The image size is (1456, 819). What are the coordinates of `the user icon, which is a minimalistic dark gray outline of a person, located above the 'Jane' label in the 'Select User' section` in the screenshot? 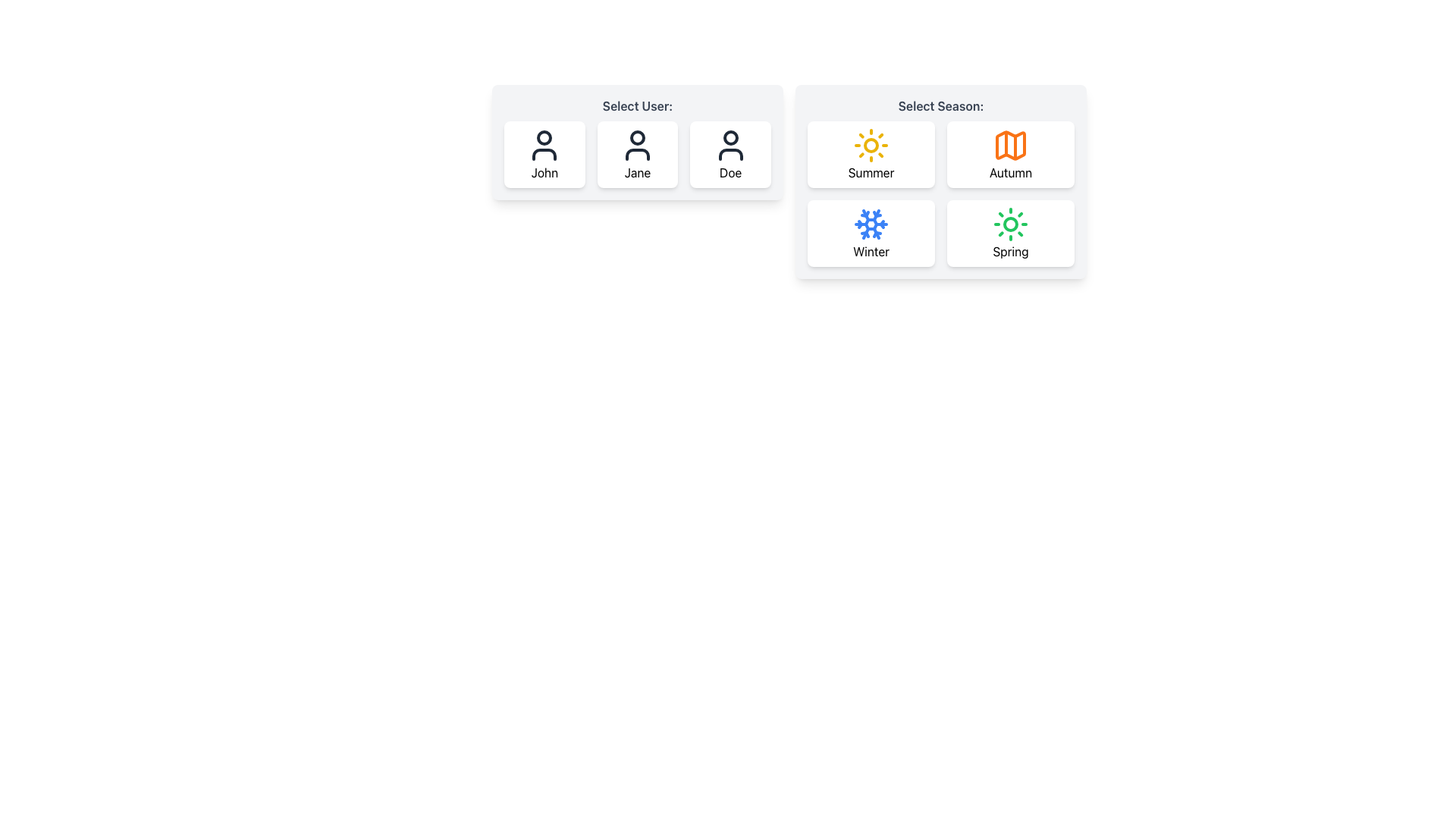 It's located at (637, 146).